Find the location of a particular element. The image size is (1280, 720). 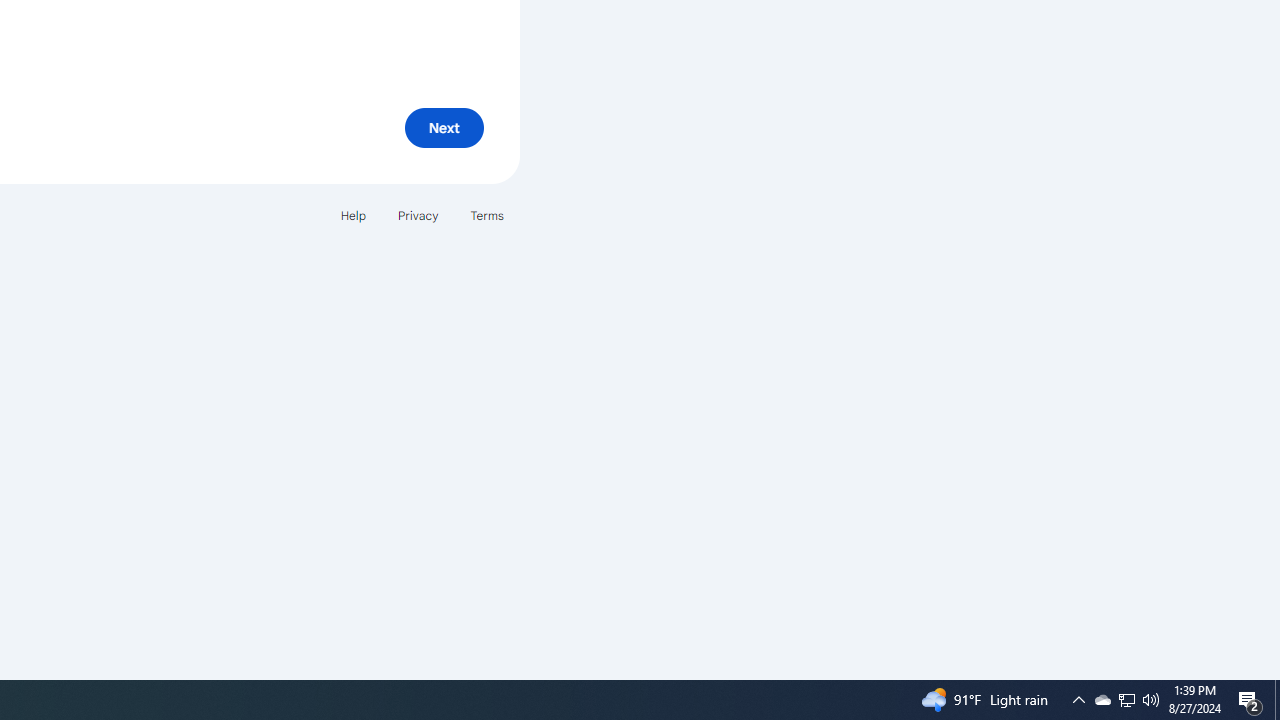

'Help' is located at coordinates (352, 215).